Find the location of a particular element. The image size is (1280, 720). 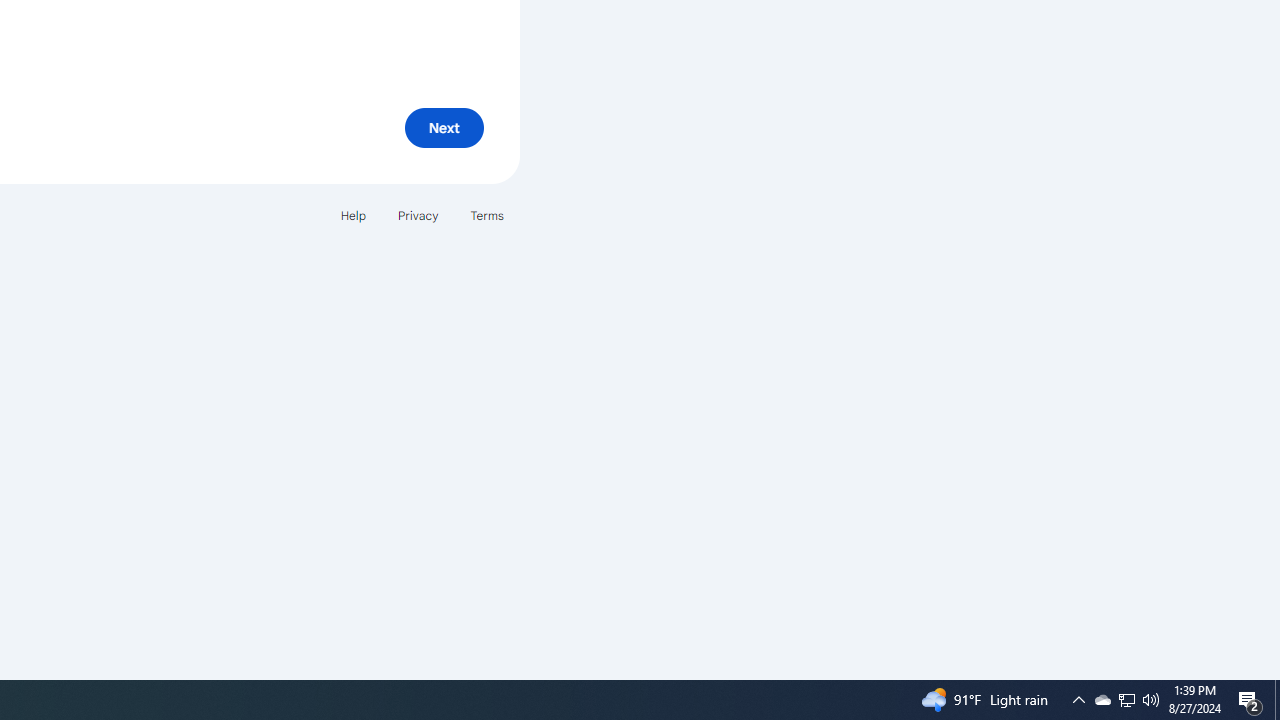

'Help' is located at coordinates (352, 215).